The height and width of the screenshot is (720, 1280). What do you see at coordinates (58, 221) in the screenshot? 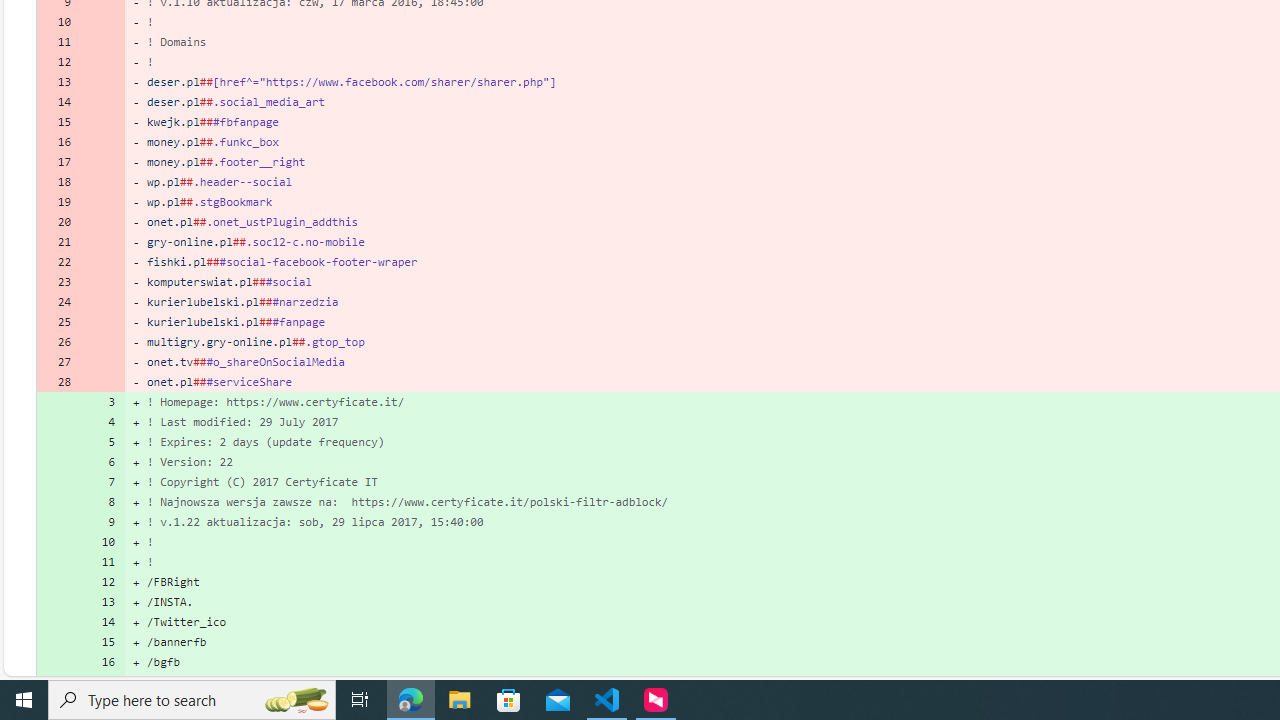
I see `'20'` at bounding box center [58, 221].